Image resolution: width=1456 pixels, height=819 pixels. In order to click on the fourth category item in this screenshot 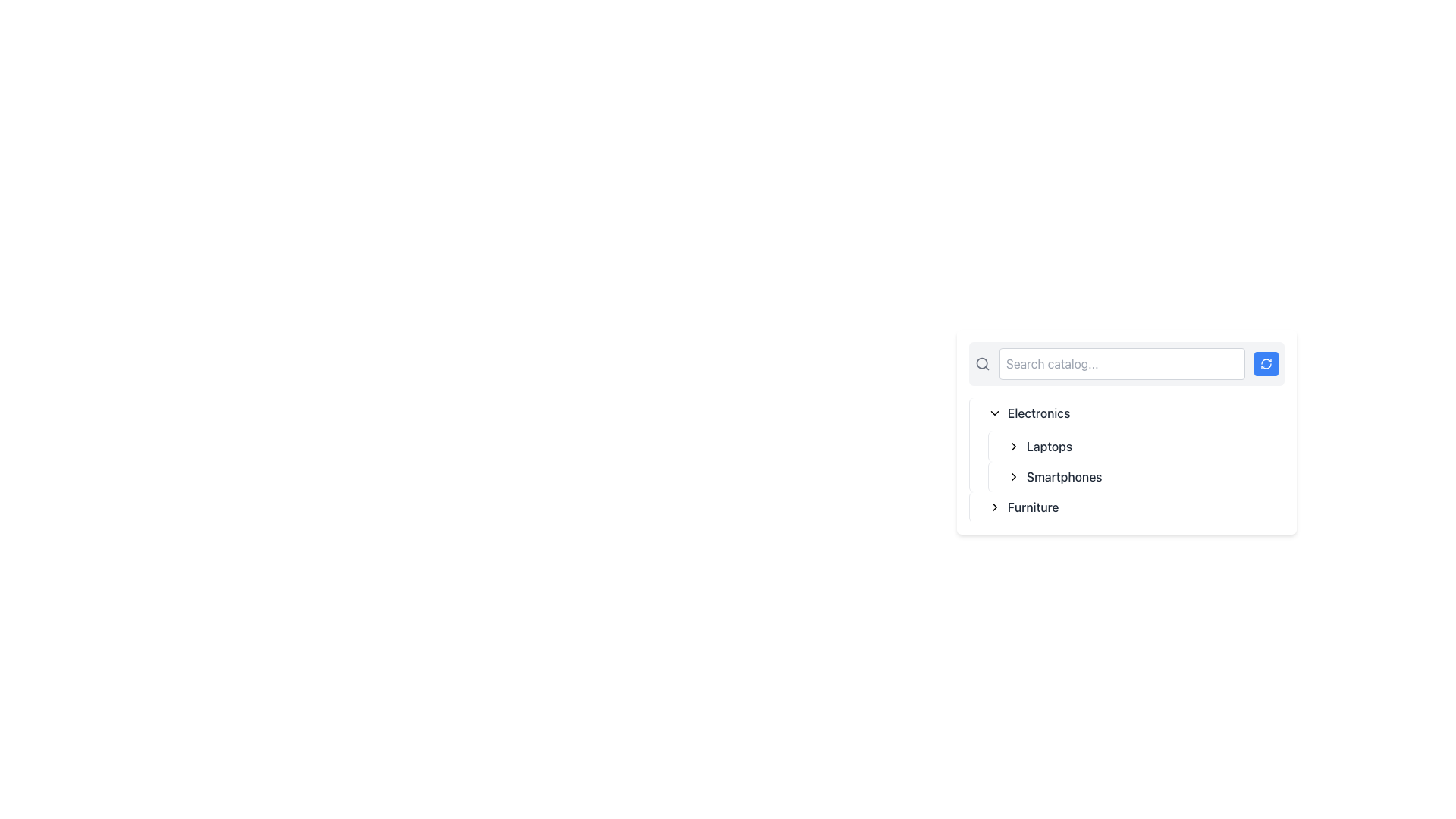, I will do `click(1127, 507)`.